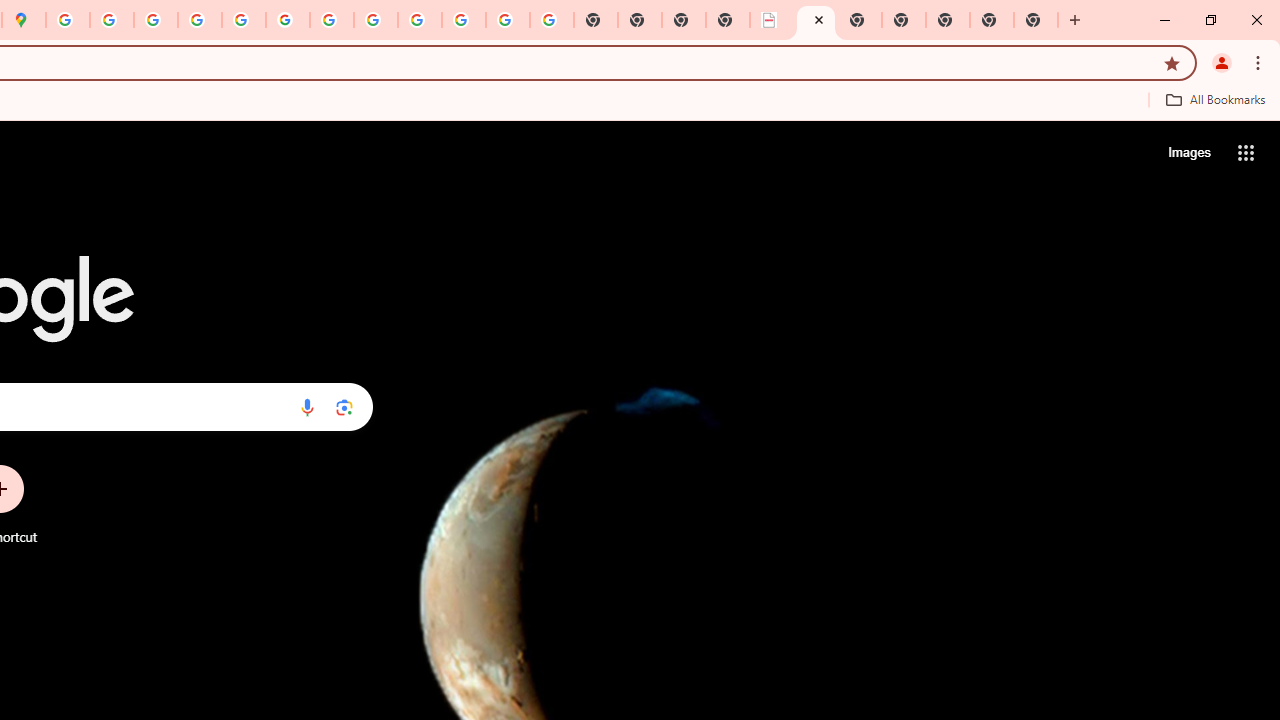  I want to click on 'New Tab', so click(1036, 20).